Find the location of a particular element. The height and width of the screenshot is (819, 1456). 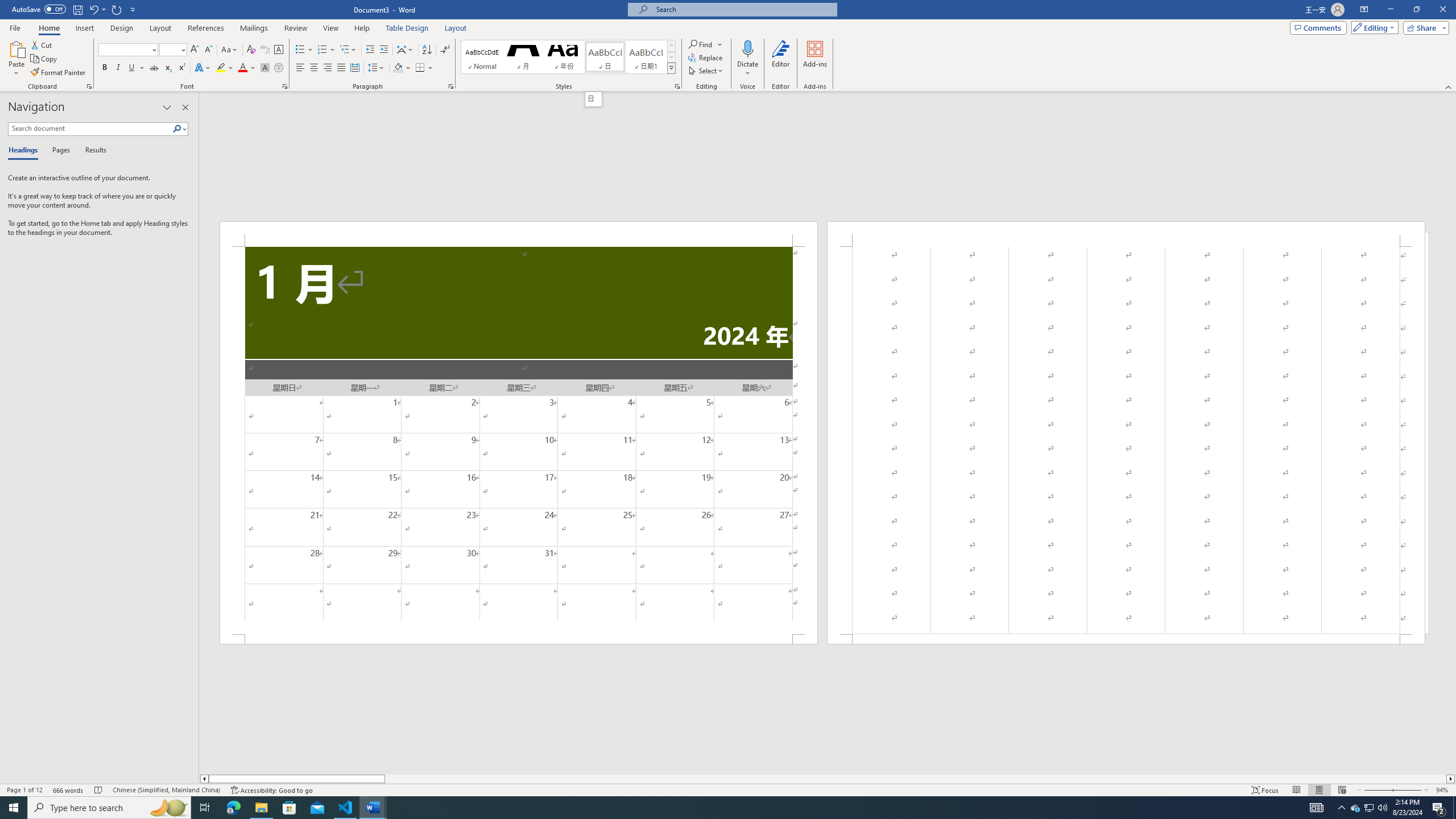

'Spelling and Grammar Check No Errors' is located at coordinates (99, 790).